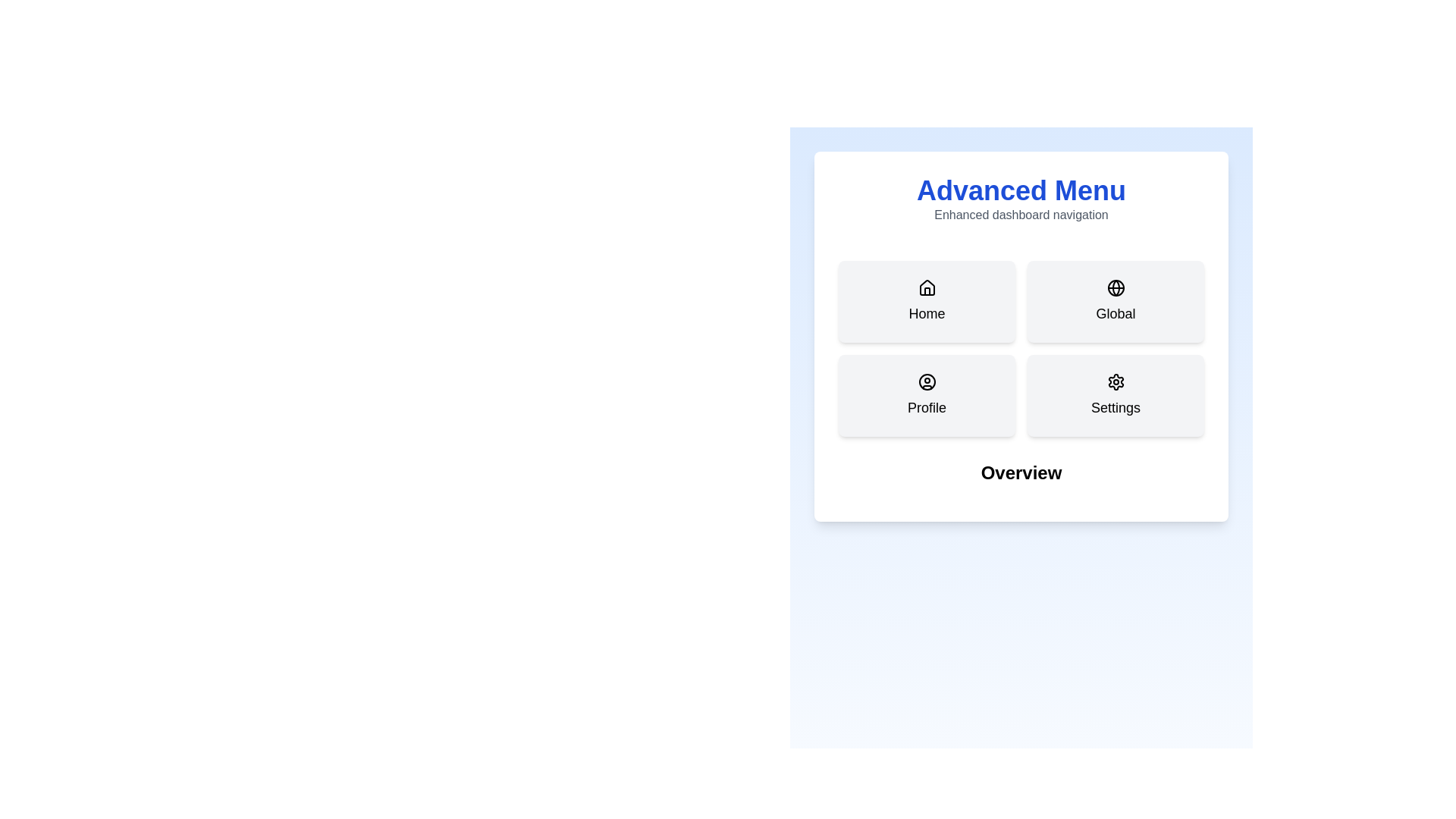  What do you see at coordinates (1116, 301) in the screenshot?
I see `the tab button labeled Global to select it` at bounding box center [1116, 301].